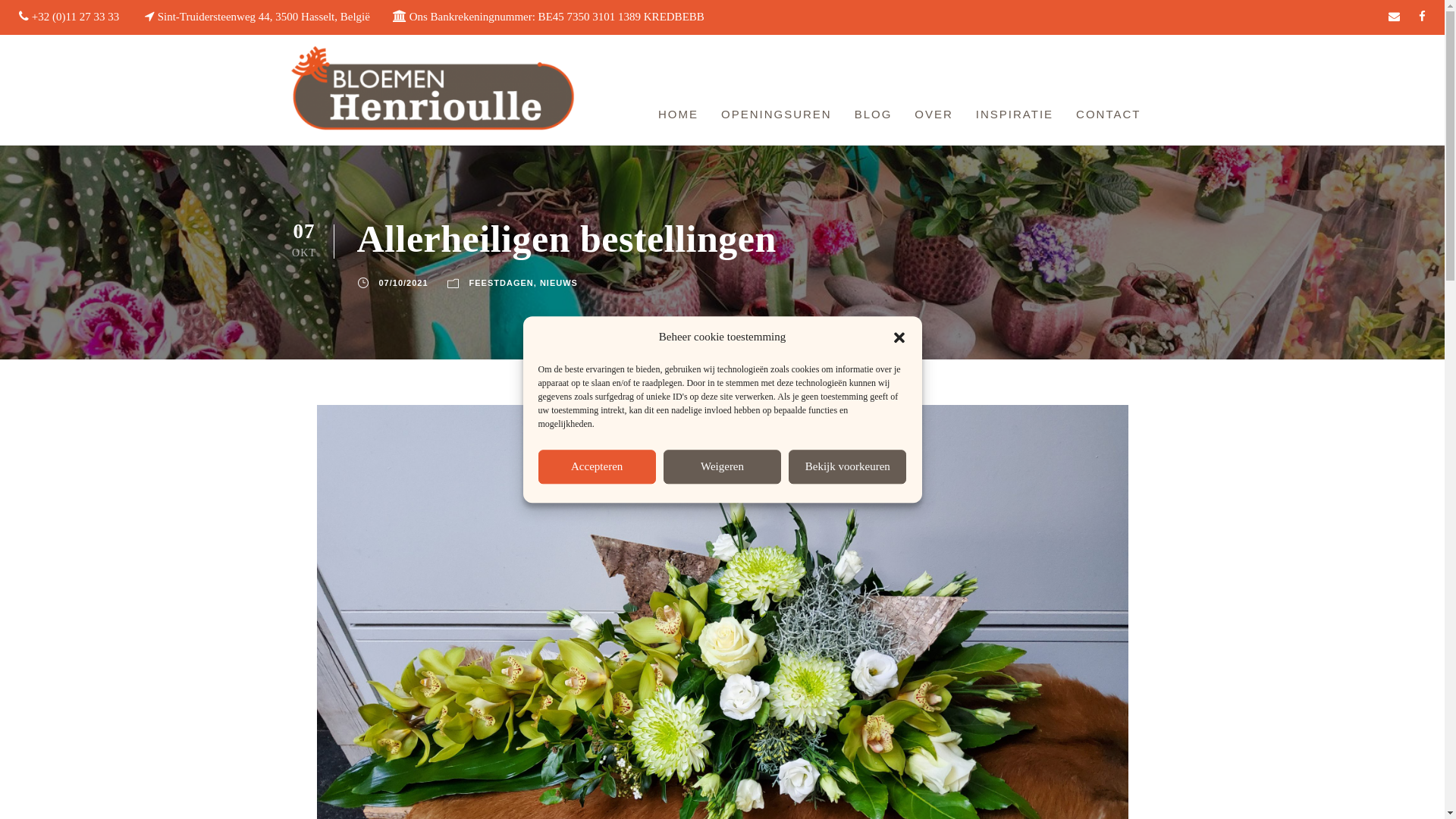  Describe the element at coordinates (1394, 17) in the screenshot. I see `'email'` at that location.